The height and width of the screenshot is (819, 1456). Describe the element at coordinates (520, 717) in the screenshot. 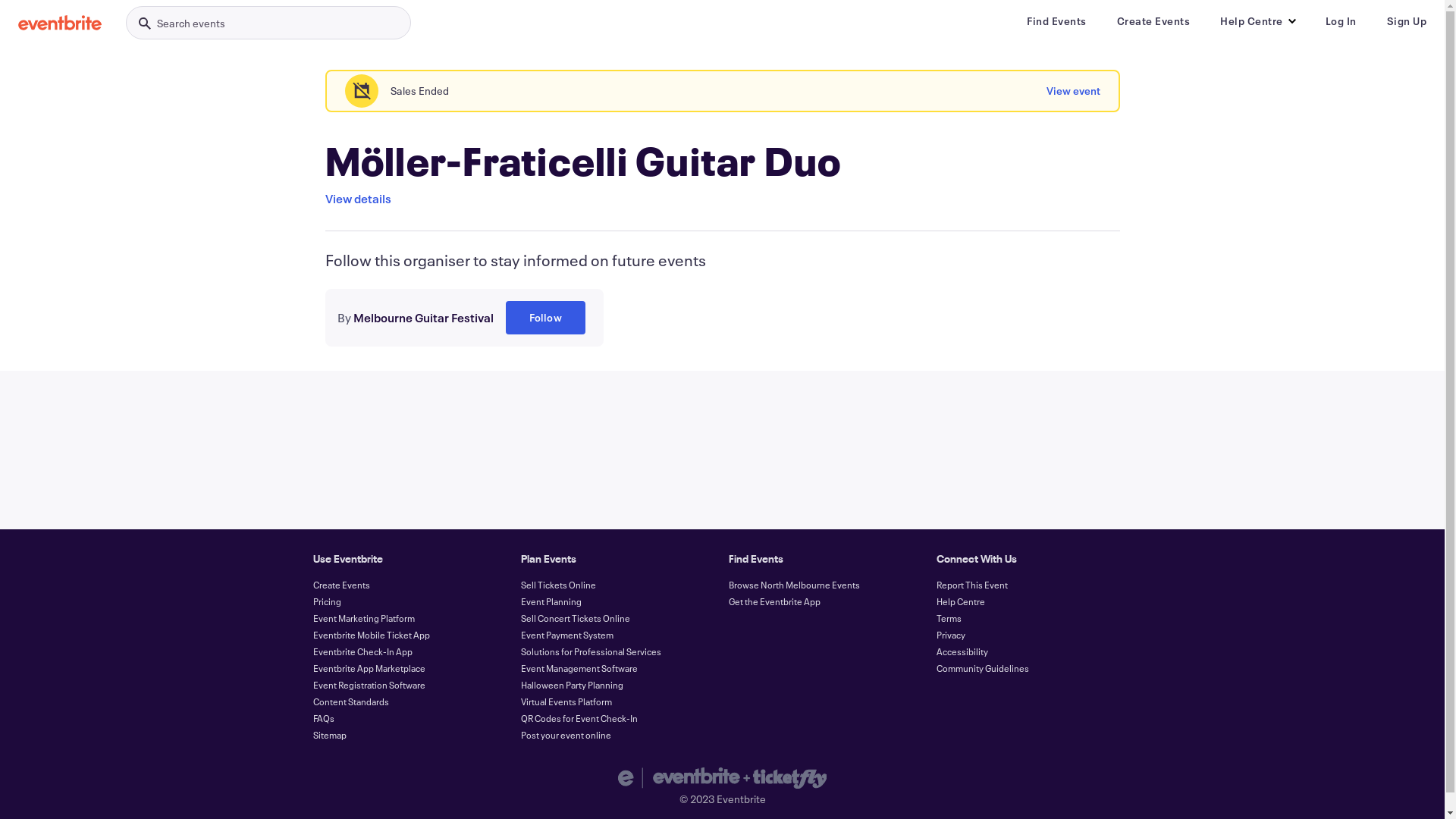

I see `'QR Codes for Event Check-In'` at that location.